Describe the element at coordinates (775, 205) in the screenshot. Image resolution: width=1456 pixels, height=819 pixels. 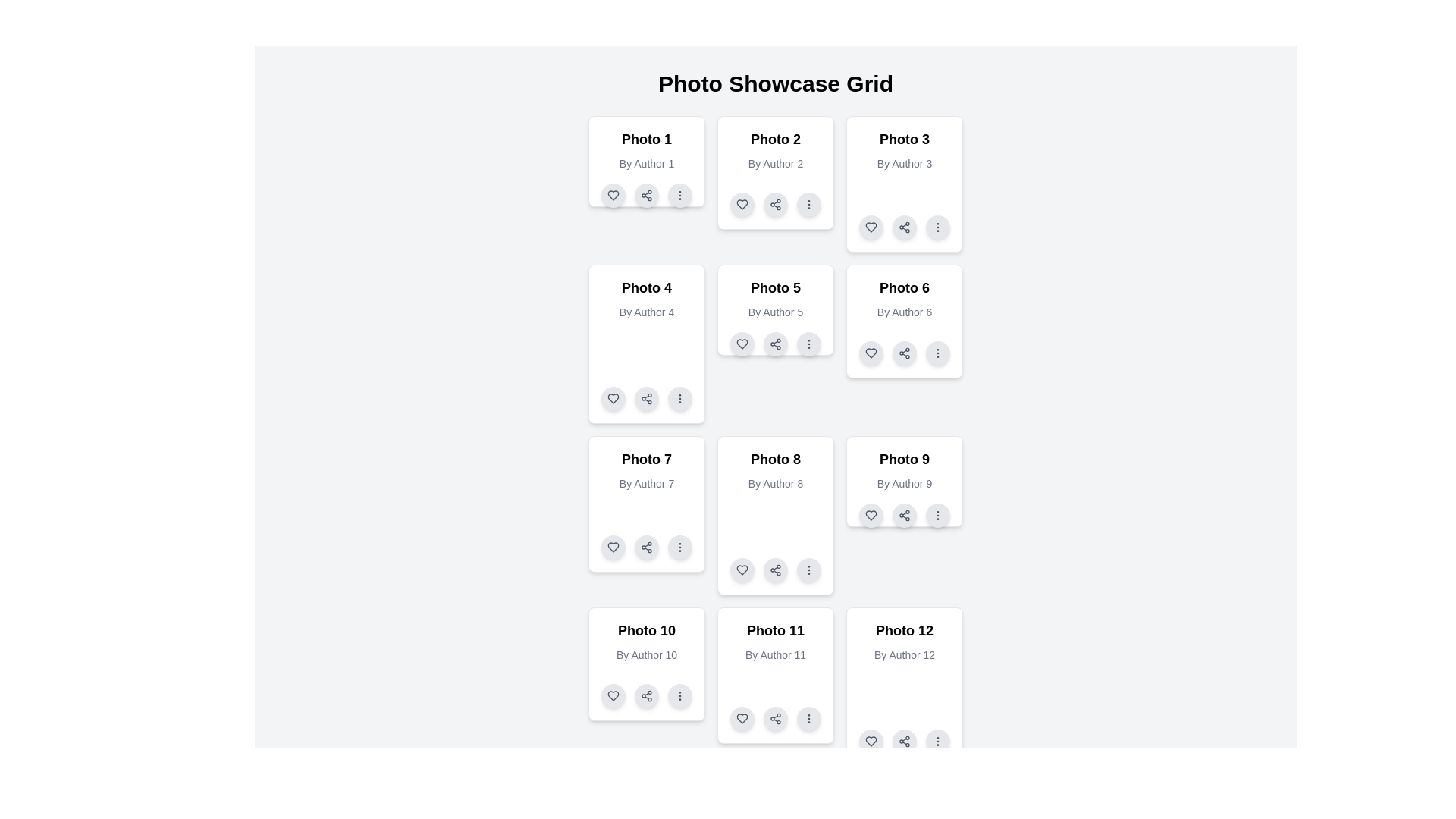
I see `the share icon, which is a gray icon with three circular nodes forming a triangular shape, located between the heart icon and the three-dot menu icon in the lower section of the 'Photo 2' card` at that location.